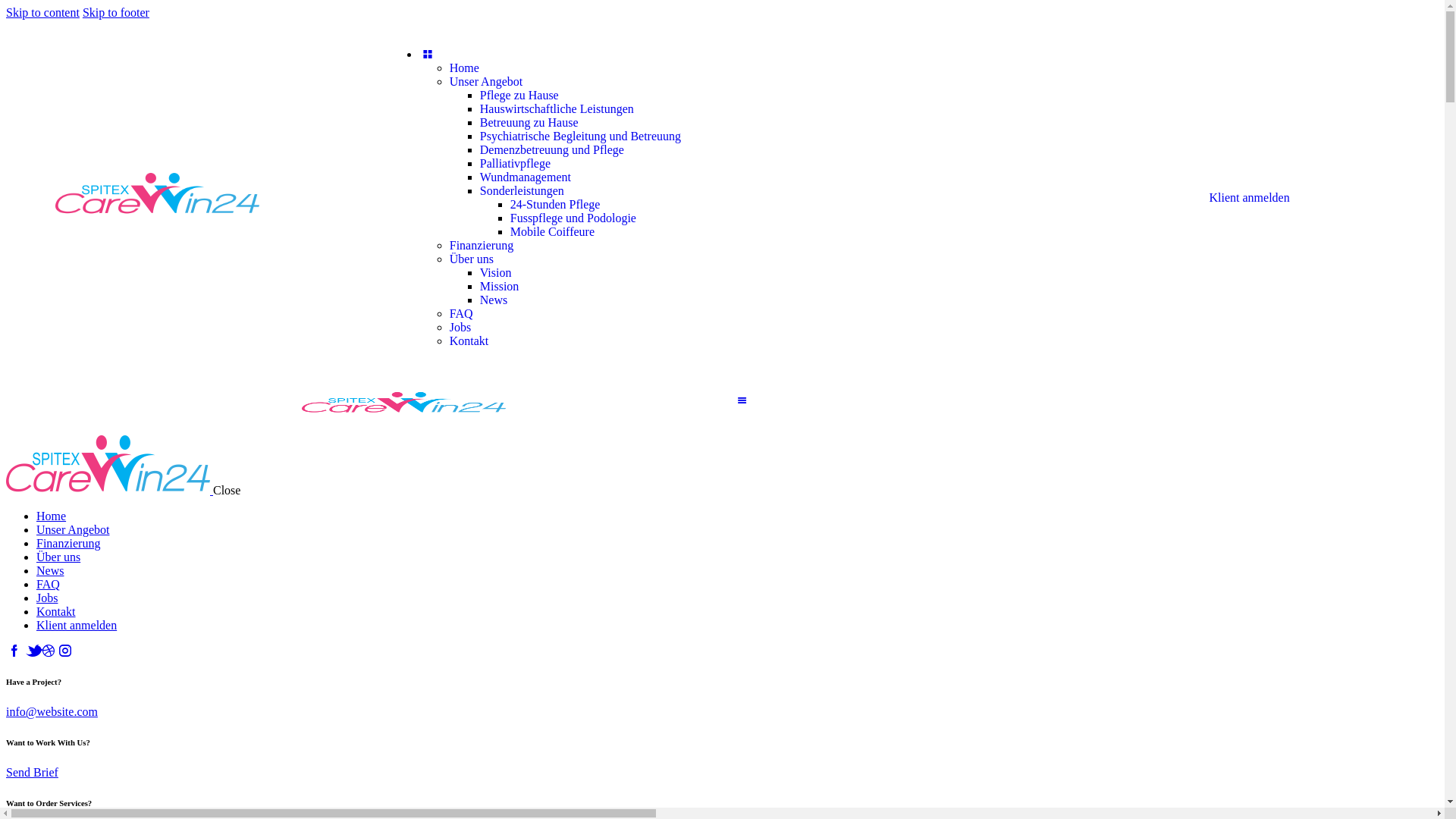 The height and width of the screenshot is (819, 1456). What do you see at coordinates (225, 490) in the screenshot?
I see `'Close'` at bounding box center [225, 490].